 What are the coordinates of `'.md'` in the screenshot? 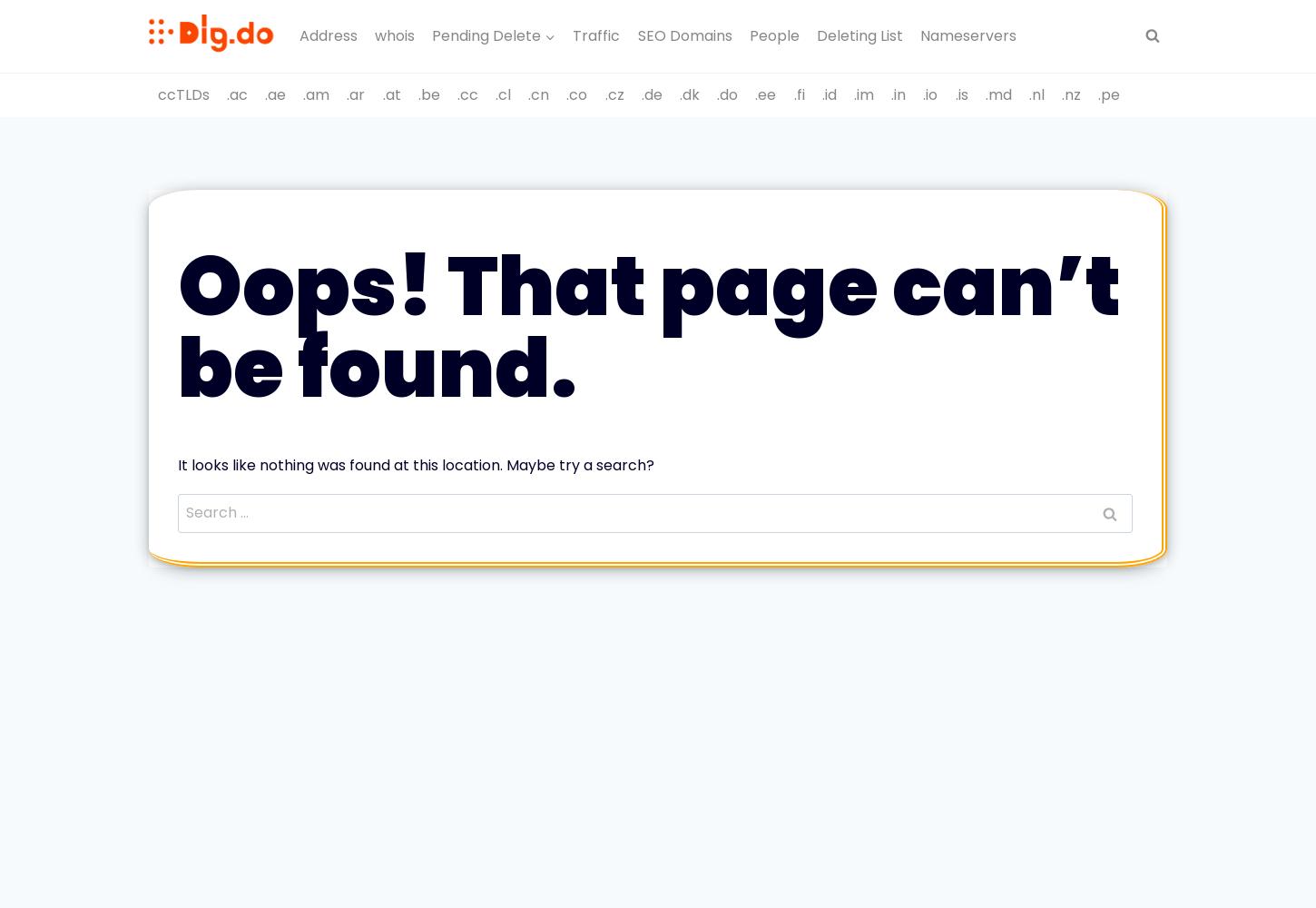 It's located at (997, 93).